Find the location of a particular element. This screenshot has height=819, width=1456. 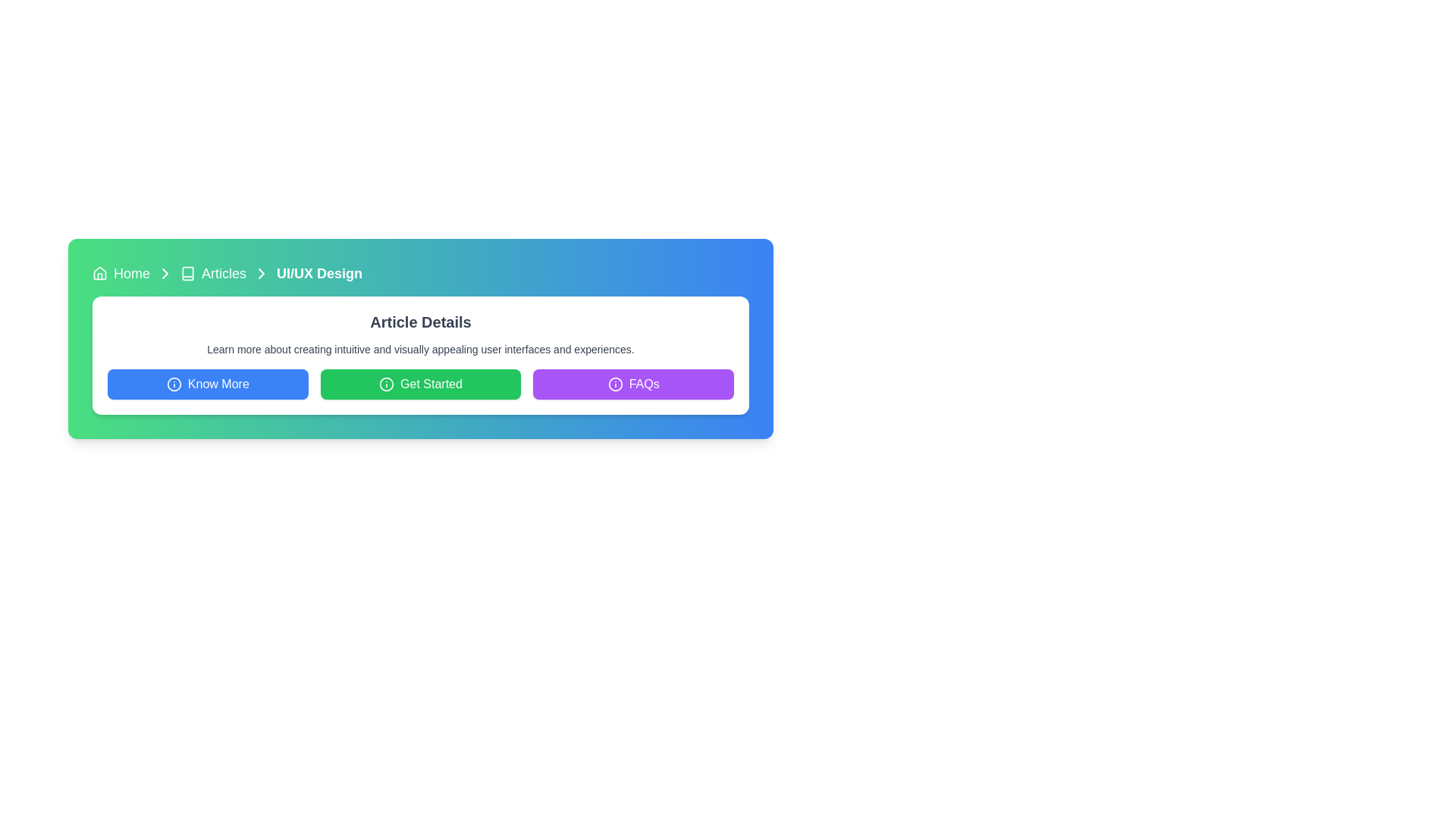

the 'Get Started' button, which is a green button with white text and an accompanying icon on the left, to observe its hover-state styling is located at coordinates (421, 383).